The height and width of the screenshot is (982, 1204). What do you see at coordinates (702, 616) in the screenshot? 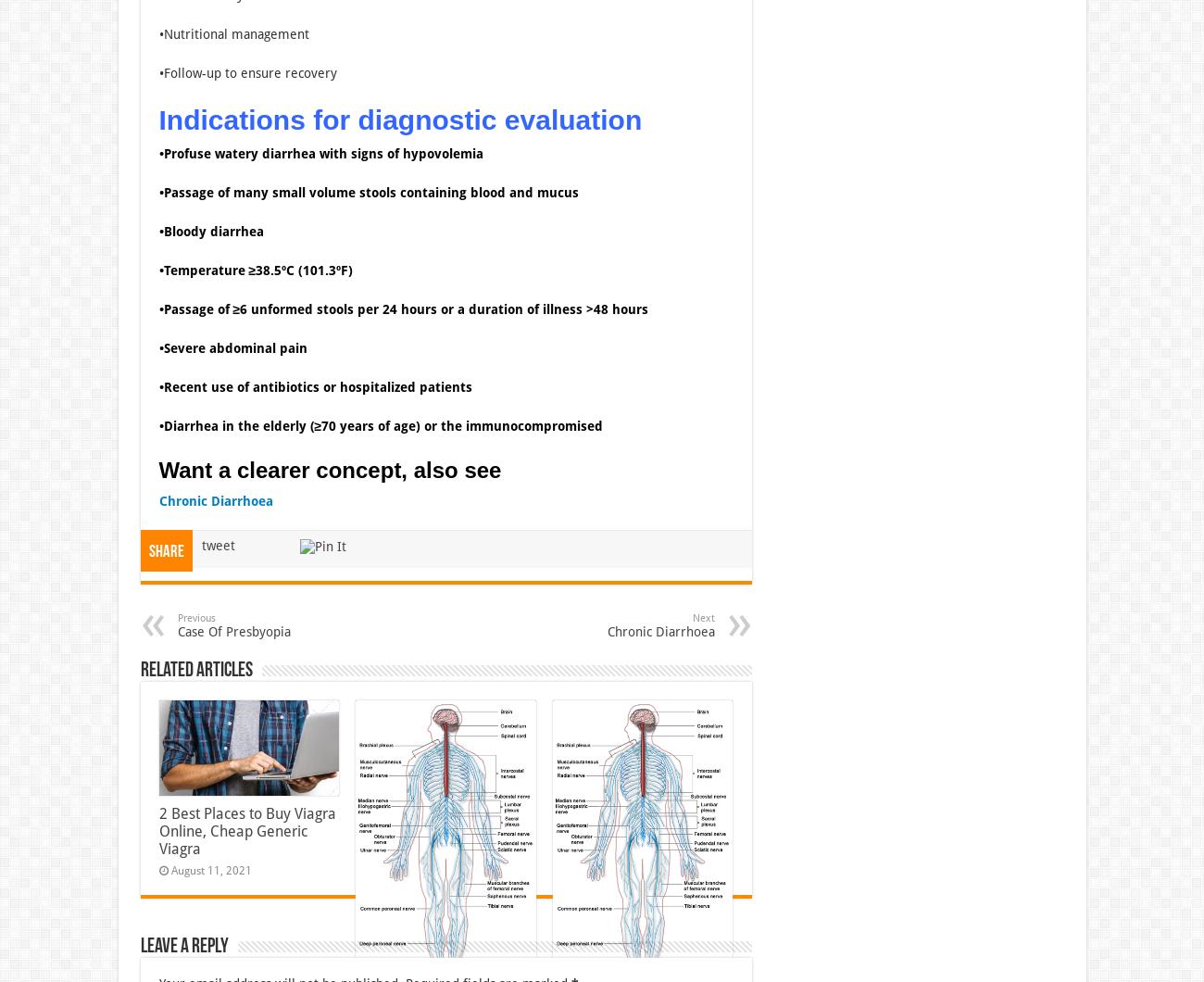
I see `'Next'` at bounding box center [702, 616].